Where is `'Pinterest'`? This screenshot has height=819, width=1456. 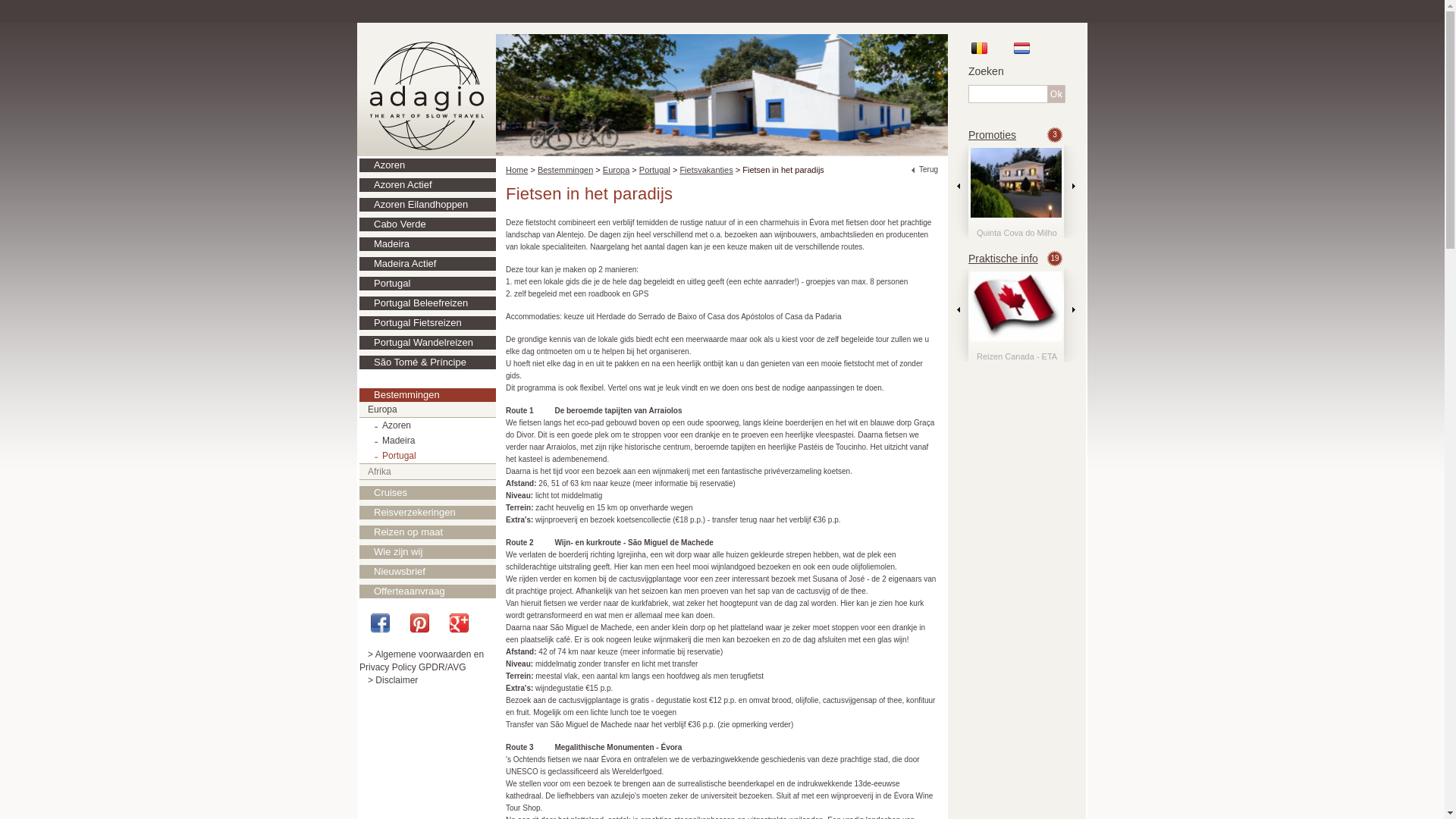
'Pinterest' is located at coordinates (425, 623).